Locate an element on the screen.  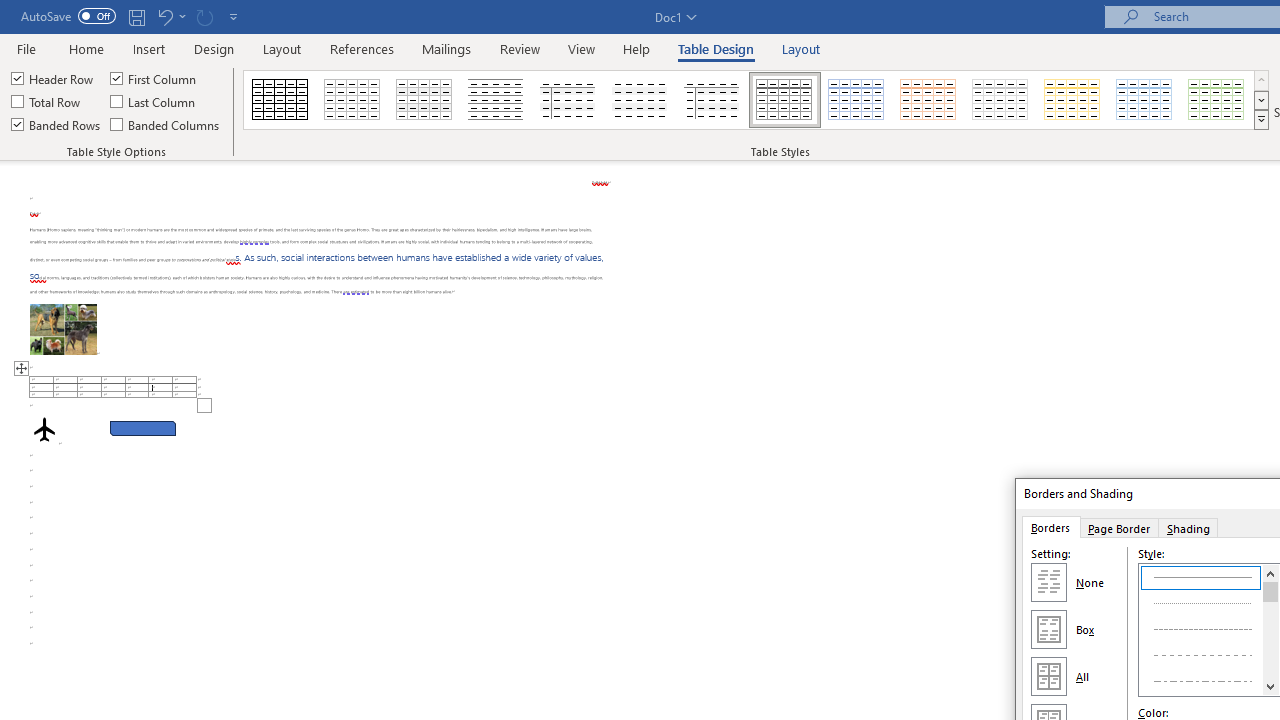
'File Tab' is located at coordinates (26, 47).